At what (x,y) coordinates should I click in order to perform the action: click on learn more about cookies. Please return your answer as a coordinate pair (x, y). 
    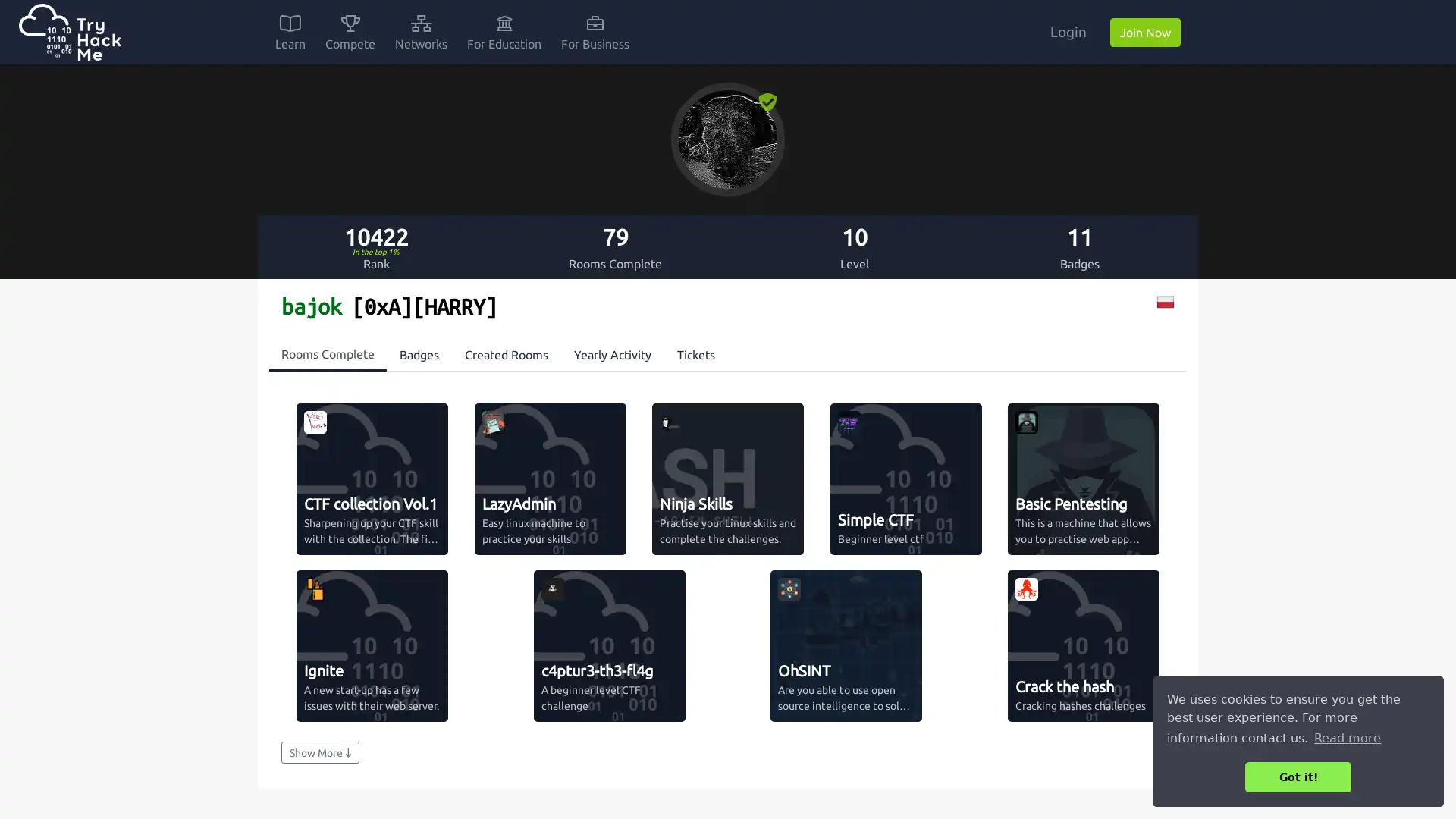
    Looking at the image, I should click on (1347, 737).